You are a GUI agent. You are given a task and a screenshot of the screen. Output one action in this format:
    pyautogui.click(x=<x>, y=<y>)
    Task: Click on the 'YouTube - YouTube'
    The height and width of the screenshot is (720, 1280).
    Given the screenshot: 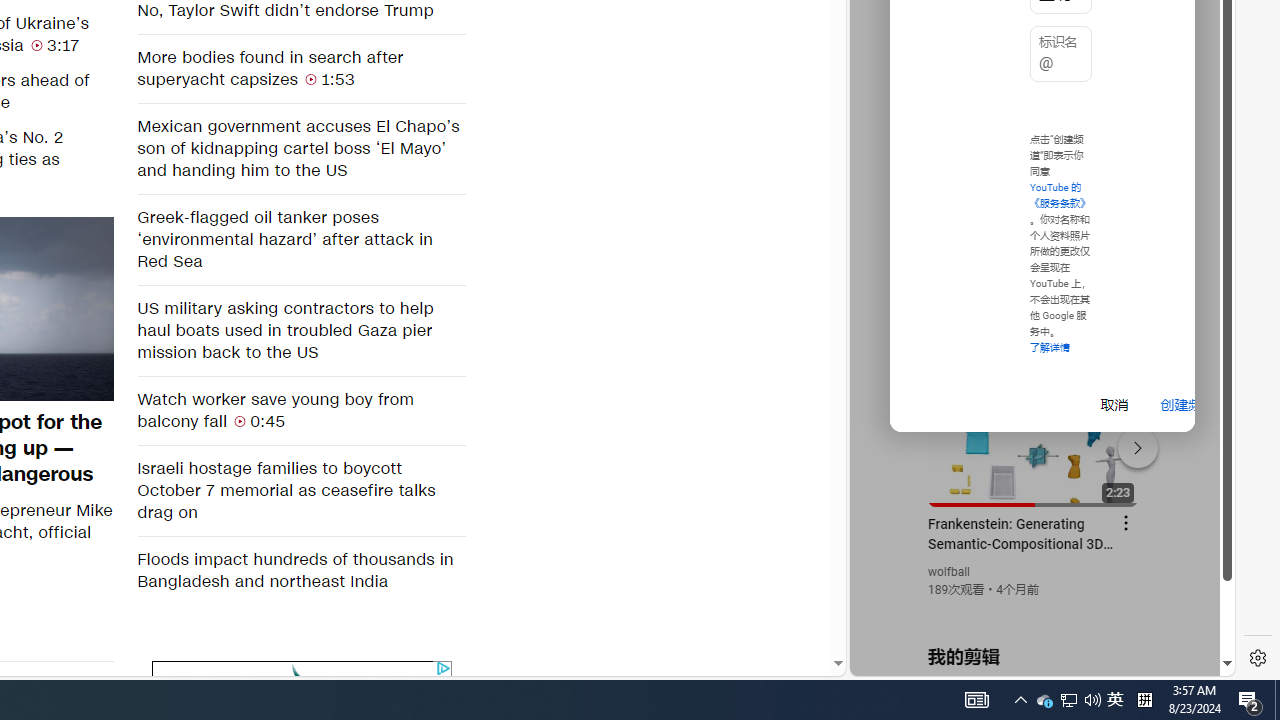 What is the action you would take?
    pyautogui.click(x=1034, y=265)
    